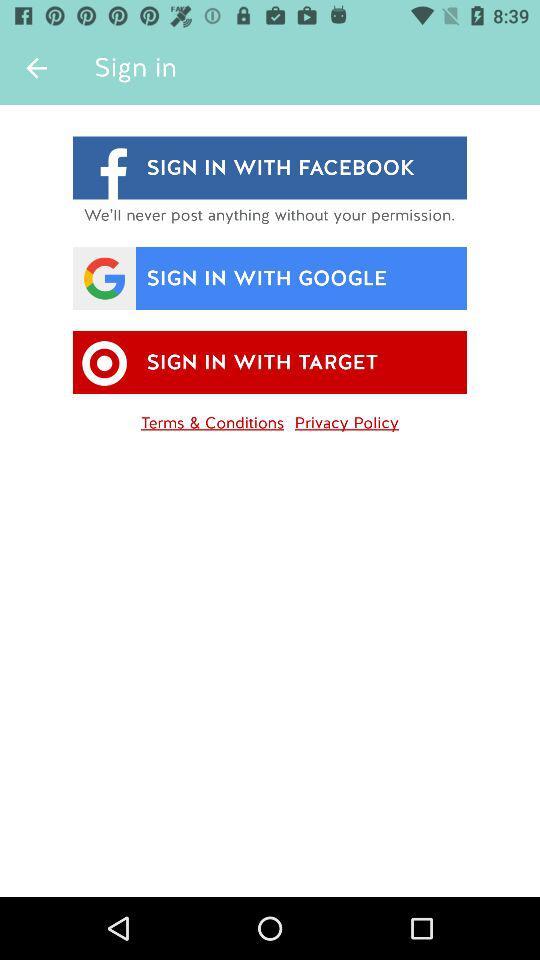 This screenshot has width=540, height=960. Describe the element at coordinates (211, 418) in the screenshot. I see `the item to the left of privacy policy item` at that location.